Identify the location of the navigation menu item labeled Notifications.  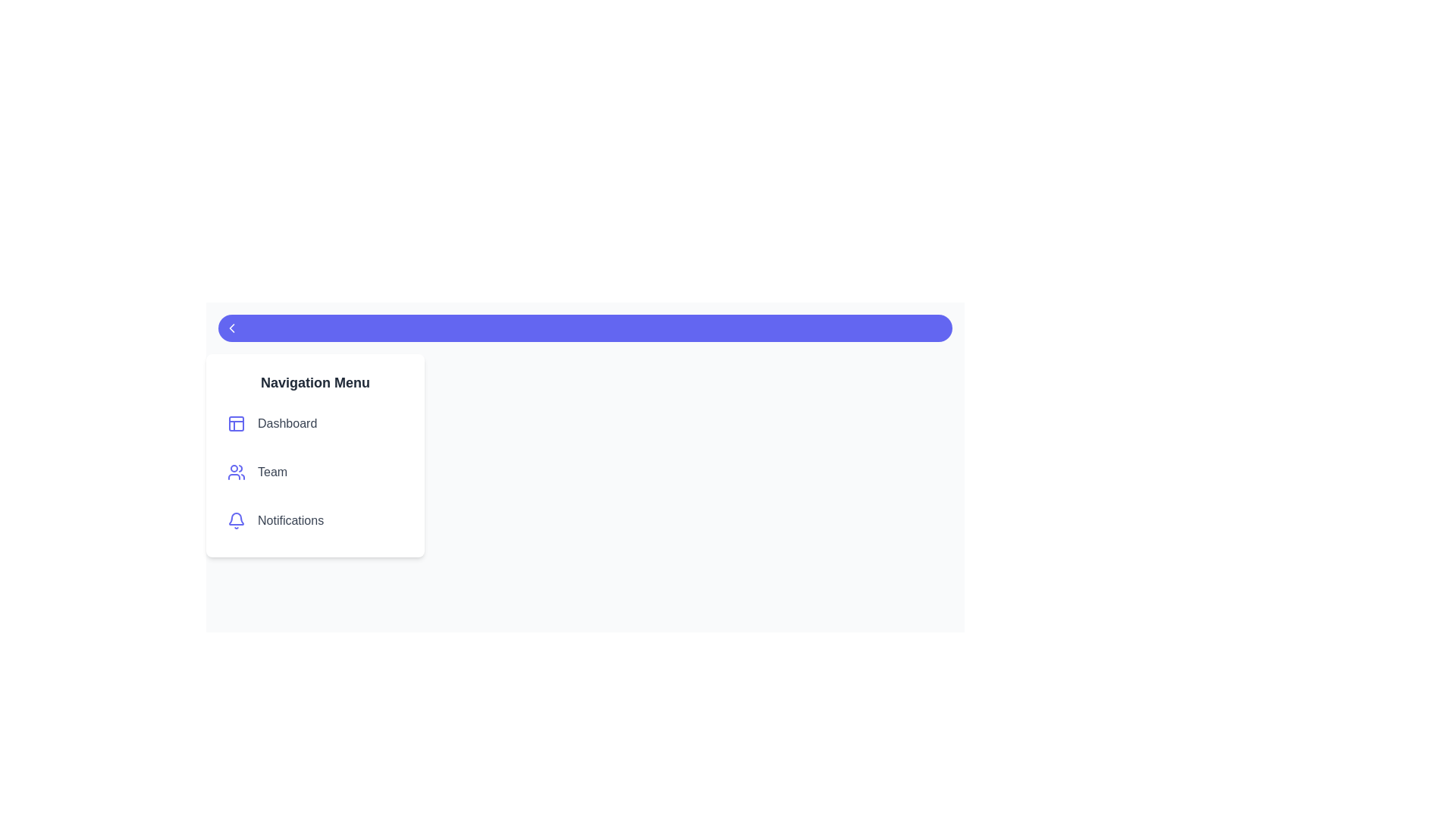
(315, 519).